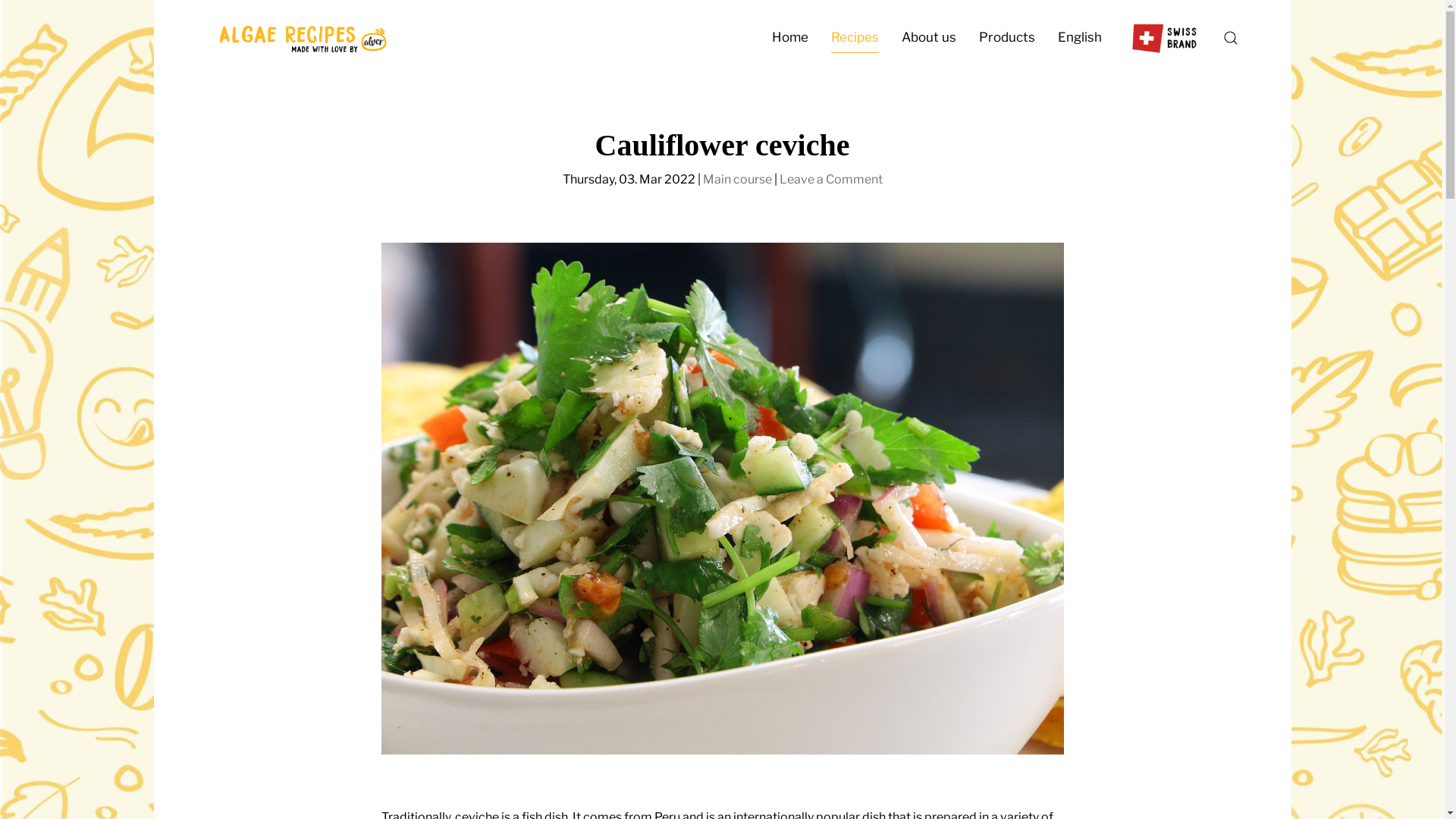  I want to click on 'English', so click(1079, 37).